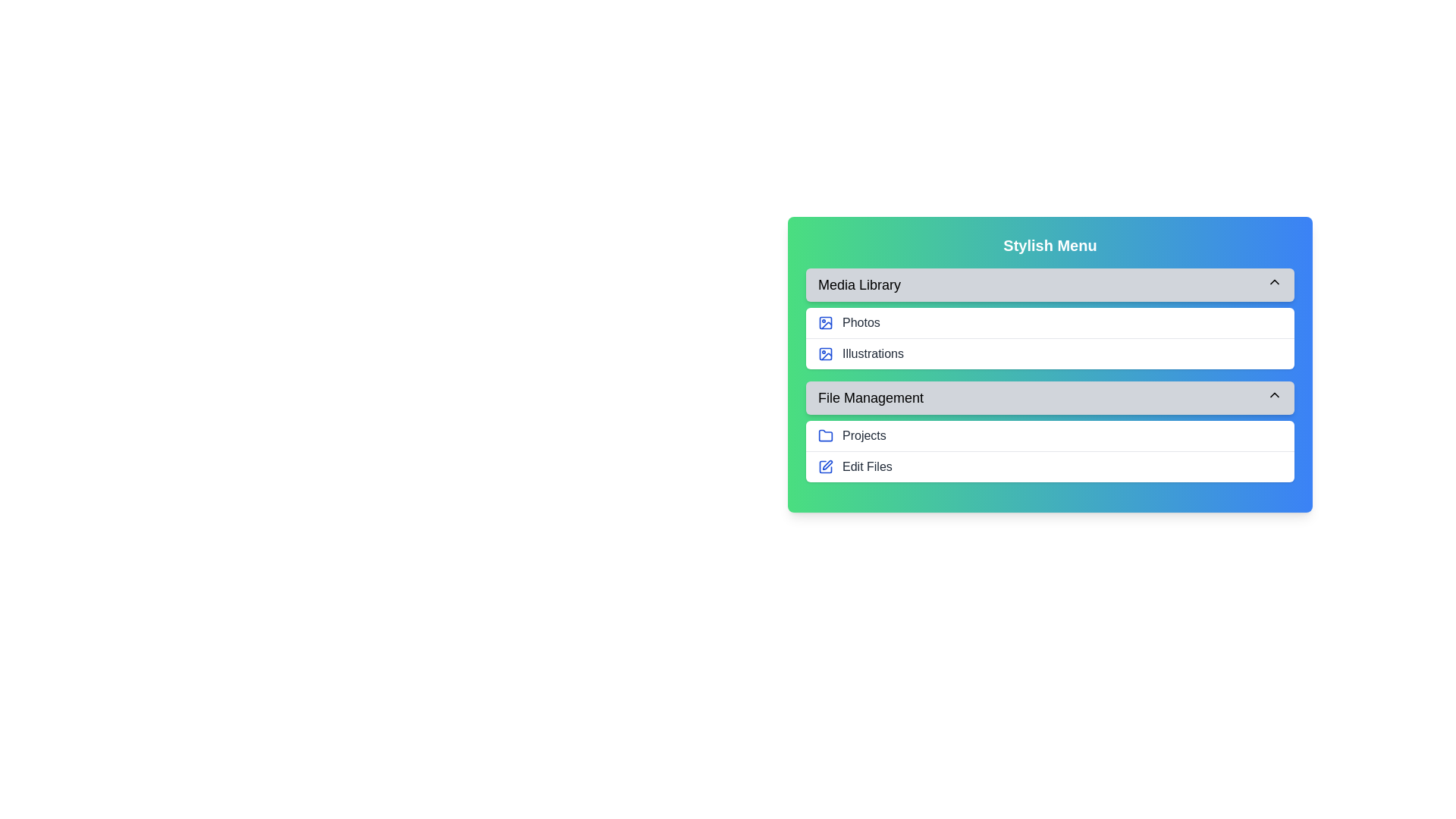 The image size is (1456, 819). What do you see at coordinates (1050, 322) in the screenshot?
I see `the 'Photos' menu item, which is the first item under the 'Media Library' section` at bounding box center [1050, 322].